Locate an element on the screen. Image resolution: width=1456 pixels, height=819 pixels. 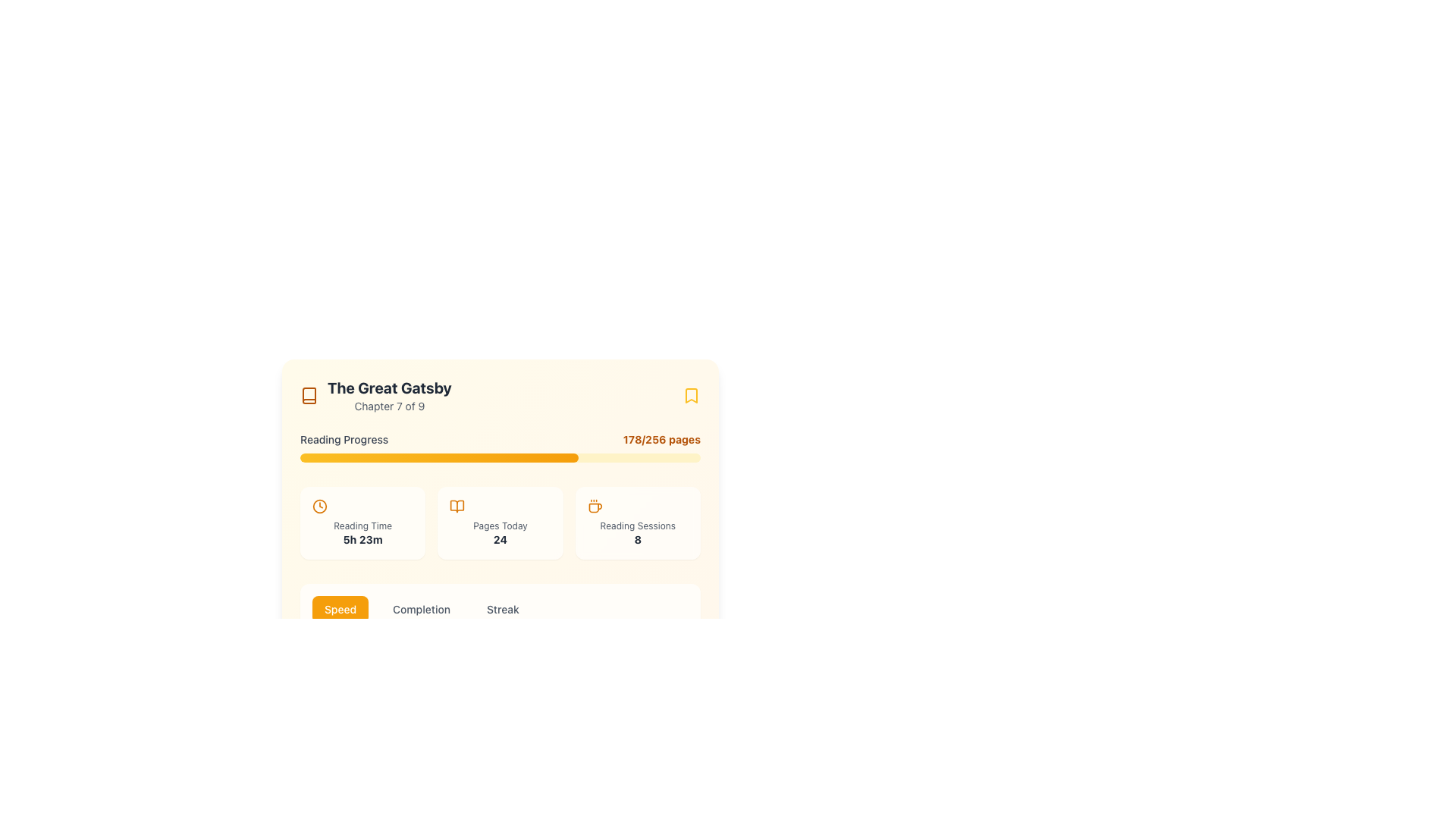
the right segment of the open book icon located in the top-right region of the interface, above the progress and statistics section is located at coordinates (457, 506).